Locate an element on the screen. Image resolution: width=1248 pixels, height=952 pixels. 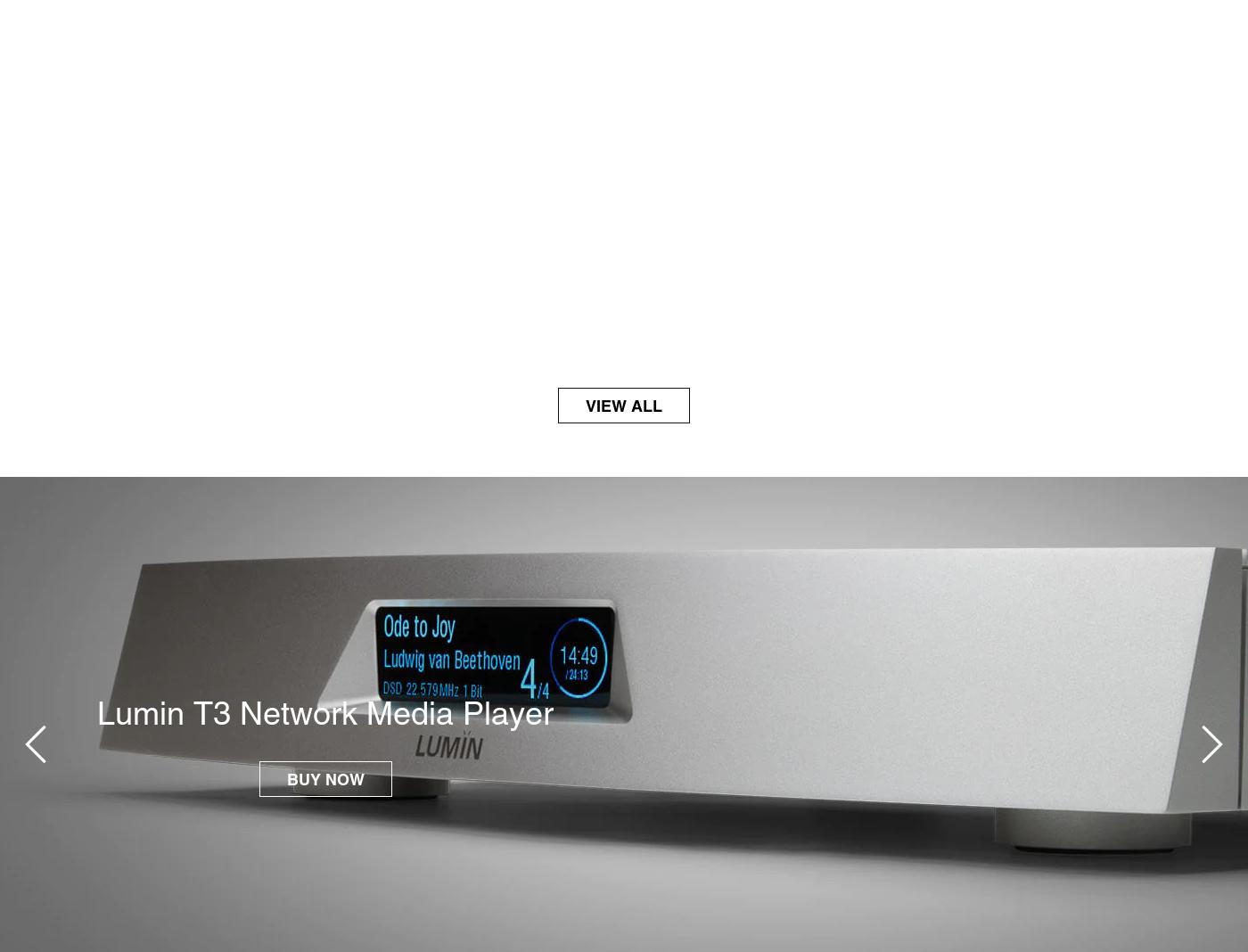
'$1,498.00' is located at coordinates (83, 310).